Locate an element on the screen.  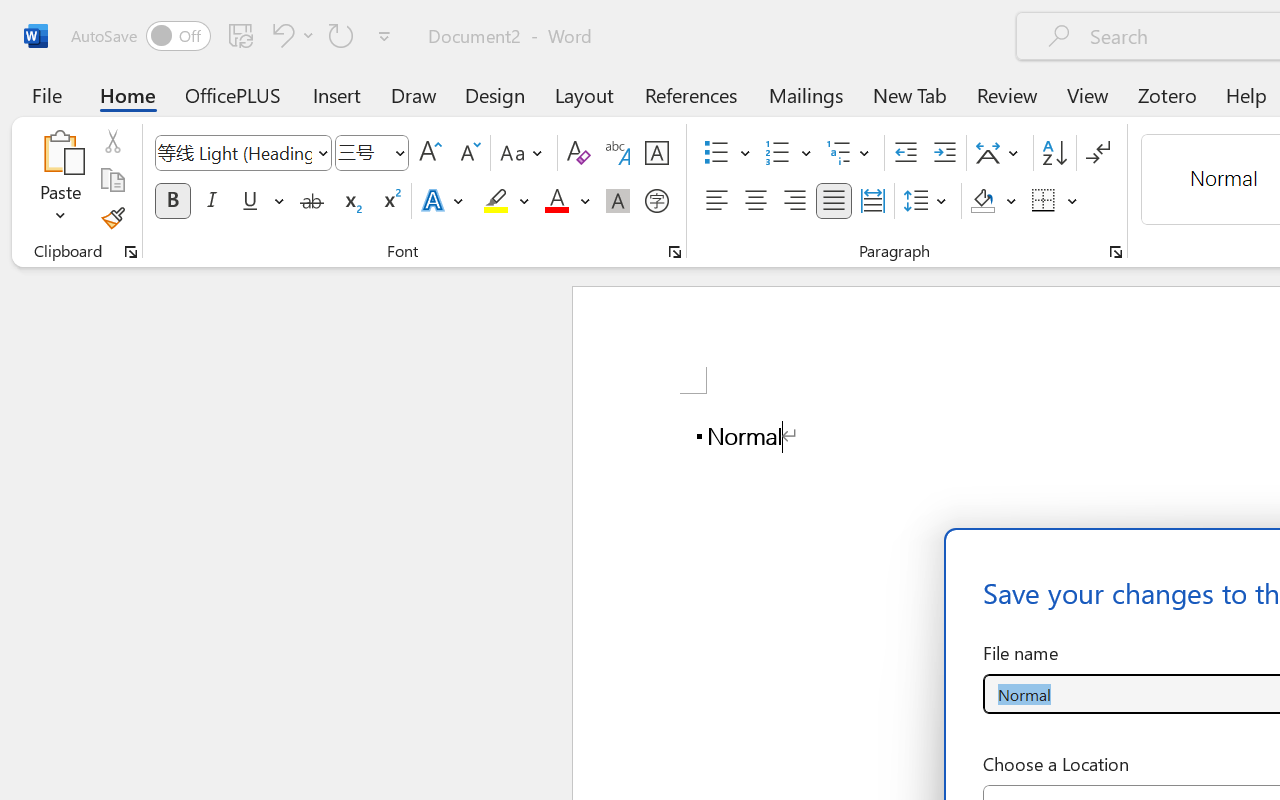
'Numbering' is located at coordinates (788, 153).